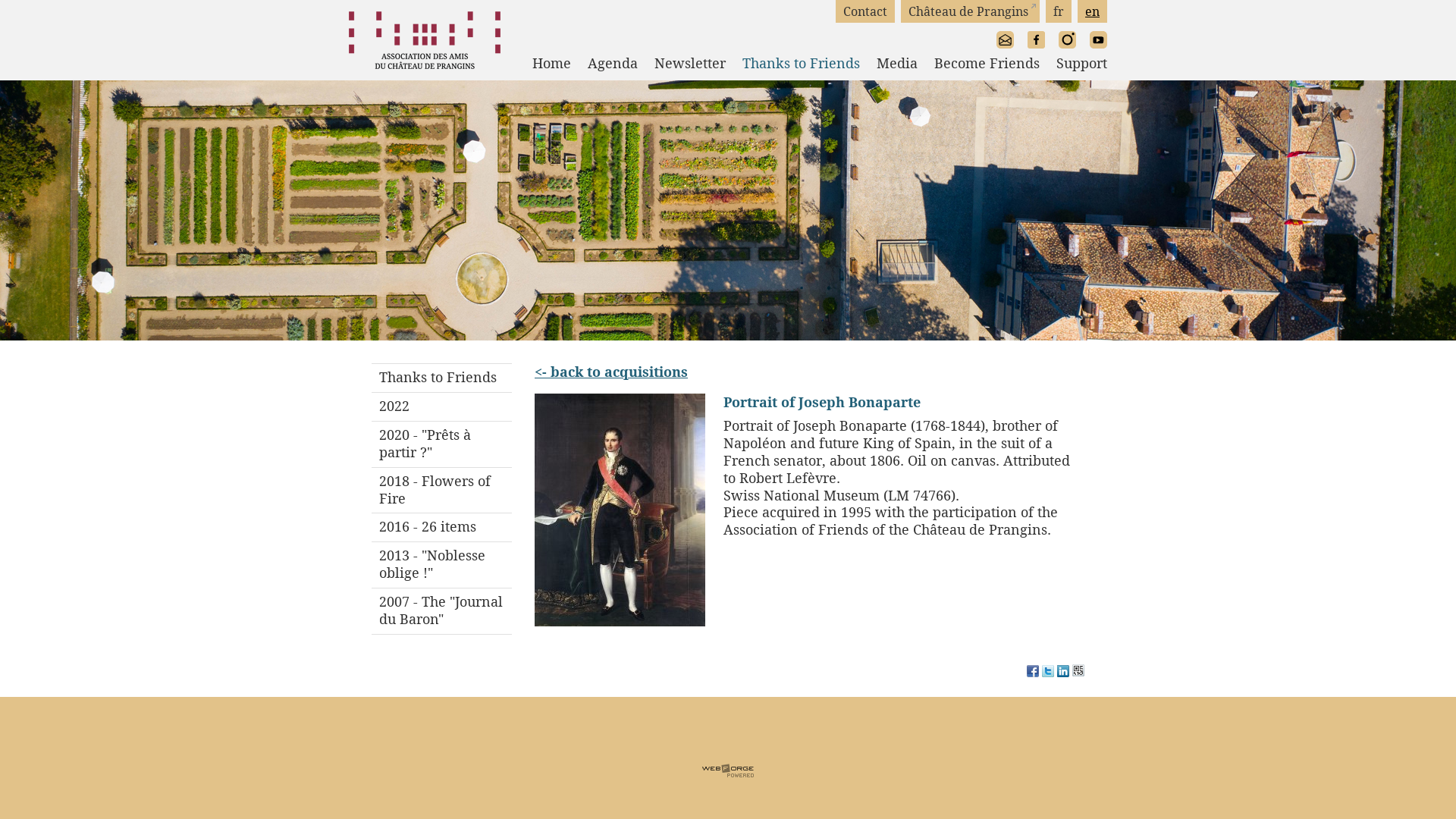 The height and width of the screenshot is (819, 1456). Describe the element at coordinates (1077, 672) in the screenshot. I see `'Afficher le QR-Code'` at that location.